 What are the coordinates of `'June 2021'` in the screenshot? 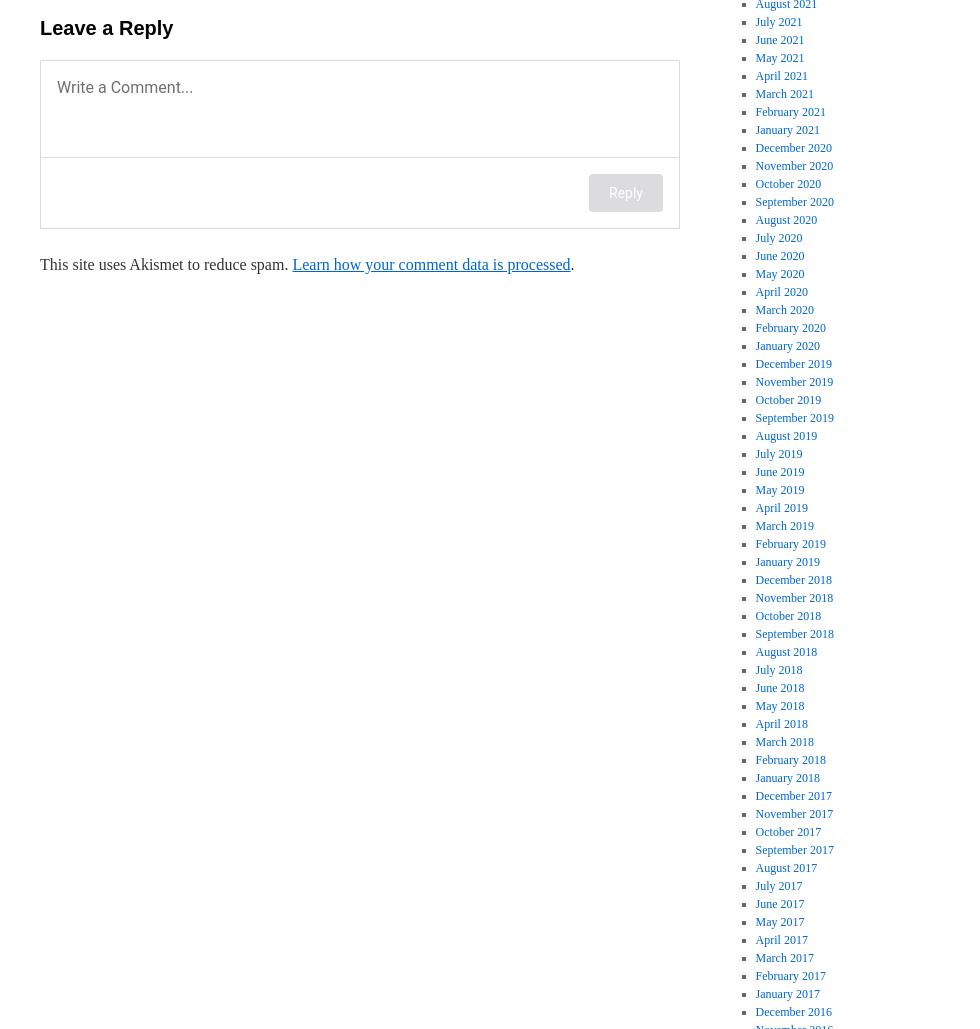 It's located at (779, 40).